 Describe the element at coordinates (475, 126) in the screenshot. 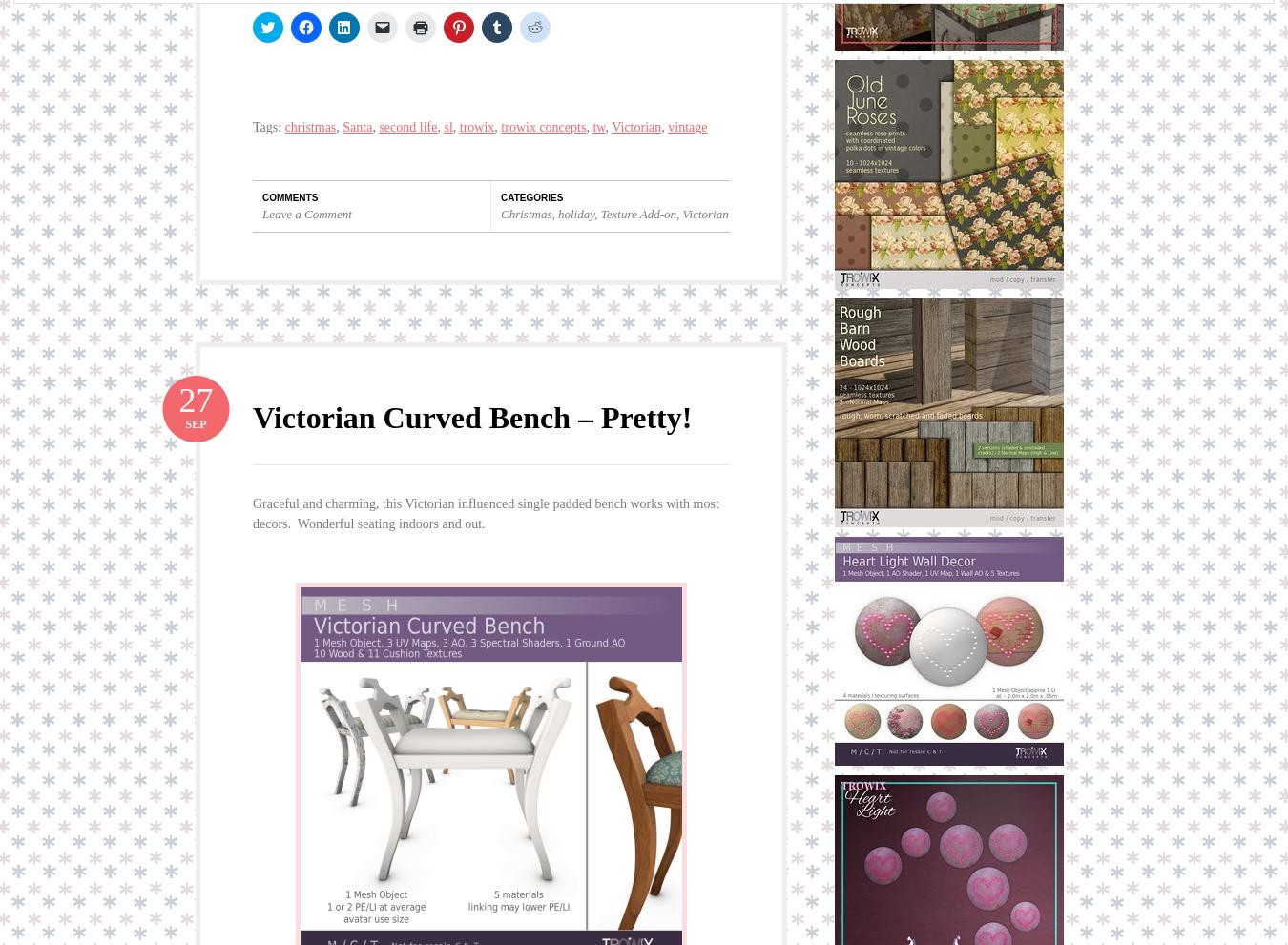

I see `'trowix'` at that location.